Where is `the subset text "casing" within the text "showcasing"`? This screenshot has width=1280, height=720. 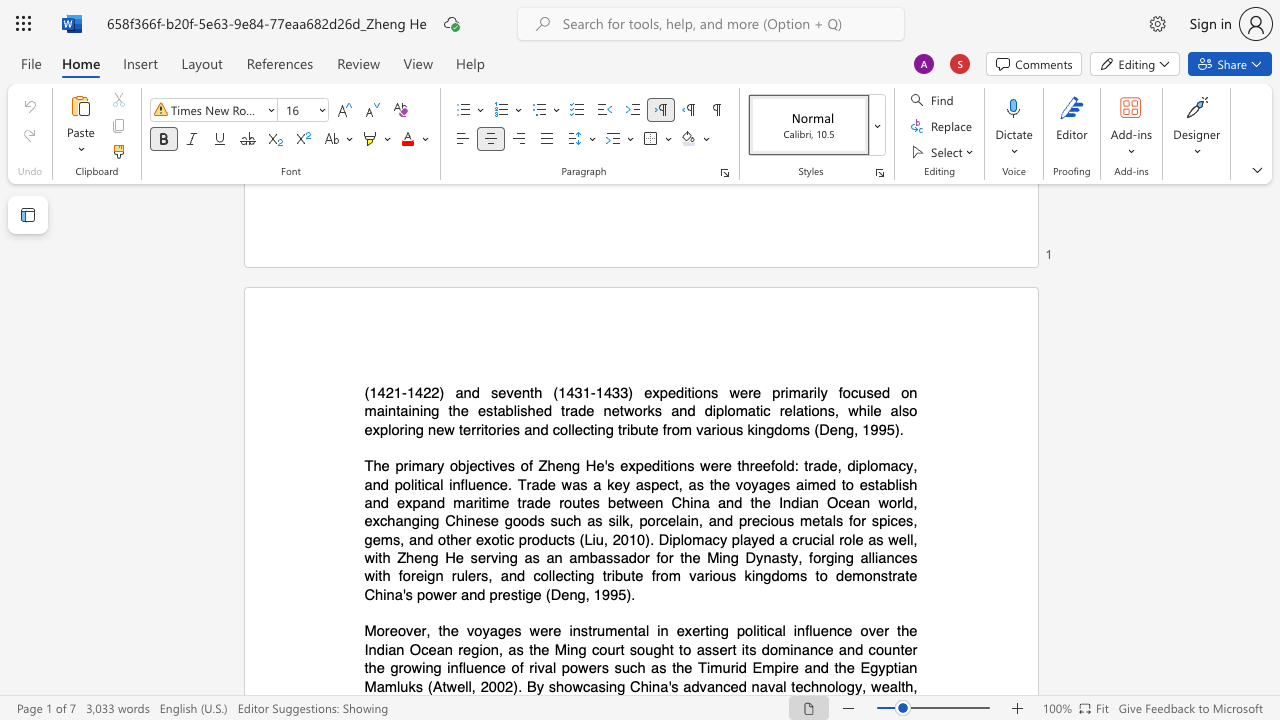 the subset text "casing" within the text "showcasing" is located at coordinates (582, 685).